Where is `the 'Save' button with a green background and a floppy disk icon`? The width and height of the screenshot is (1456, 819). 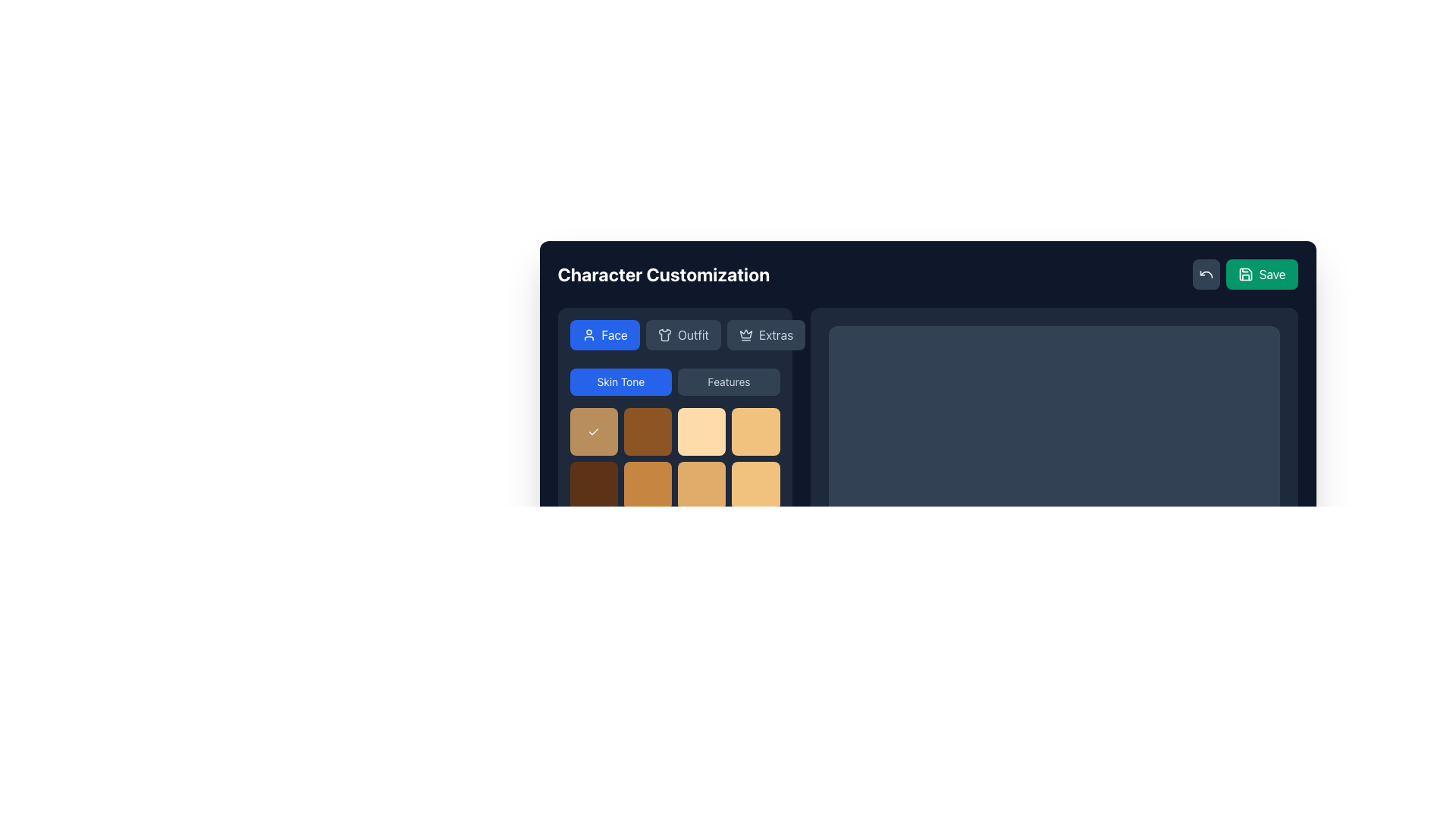
the 'Save' button with a green background and a floppy disk icon is located at coordinates (1244, 275).